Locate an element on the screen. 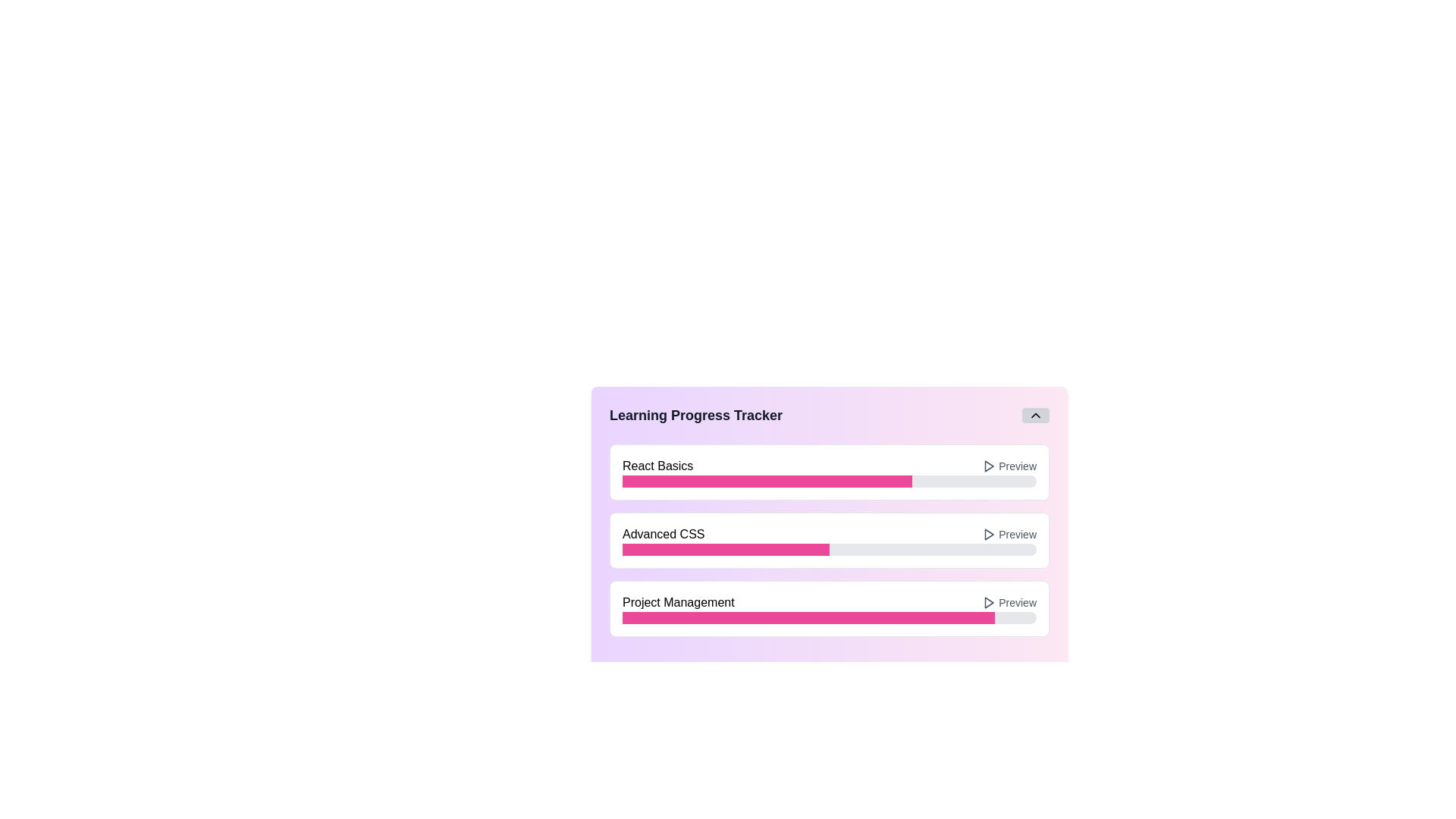 Image resolution: width=1456 pixels, height=819 pixels. the progress bar representing the completion of the 'Project Management' task within the 'Learning Progress Tracker' UI section, located at the bottom of the card is located at coordinates (829, 617).